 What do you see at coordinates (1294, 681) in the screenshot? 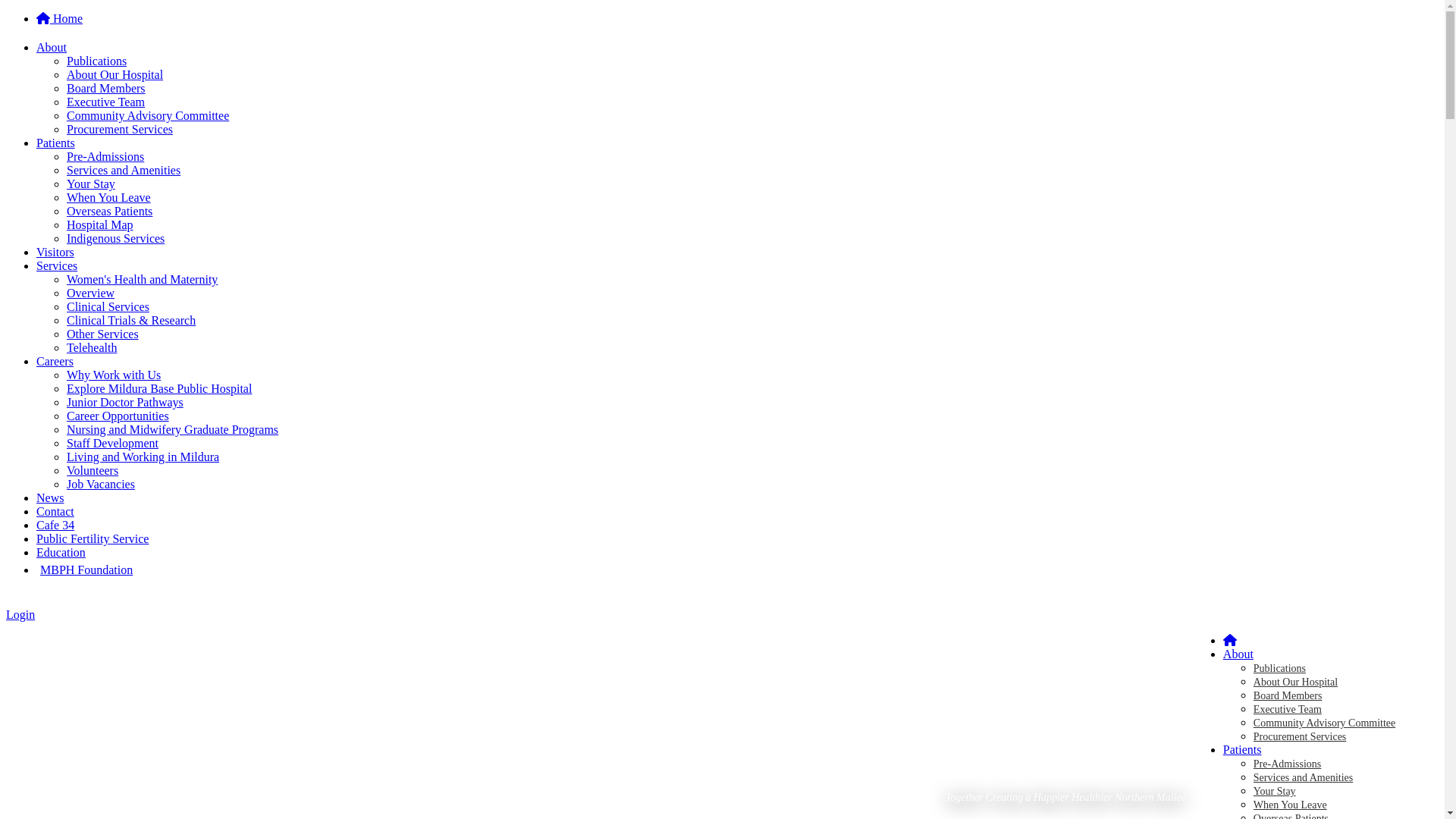
I see `'About Our Hospital'` at bounding box center [1294, 681].